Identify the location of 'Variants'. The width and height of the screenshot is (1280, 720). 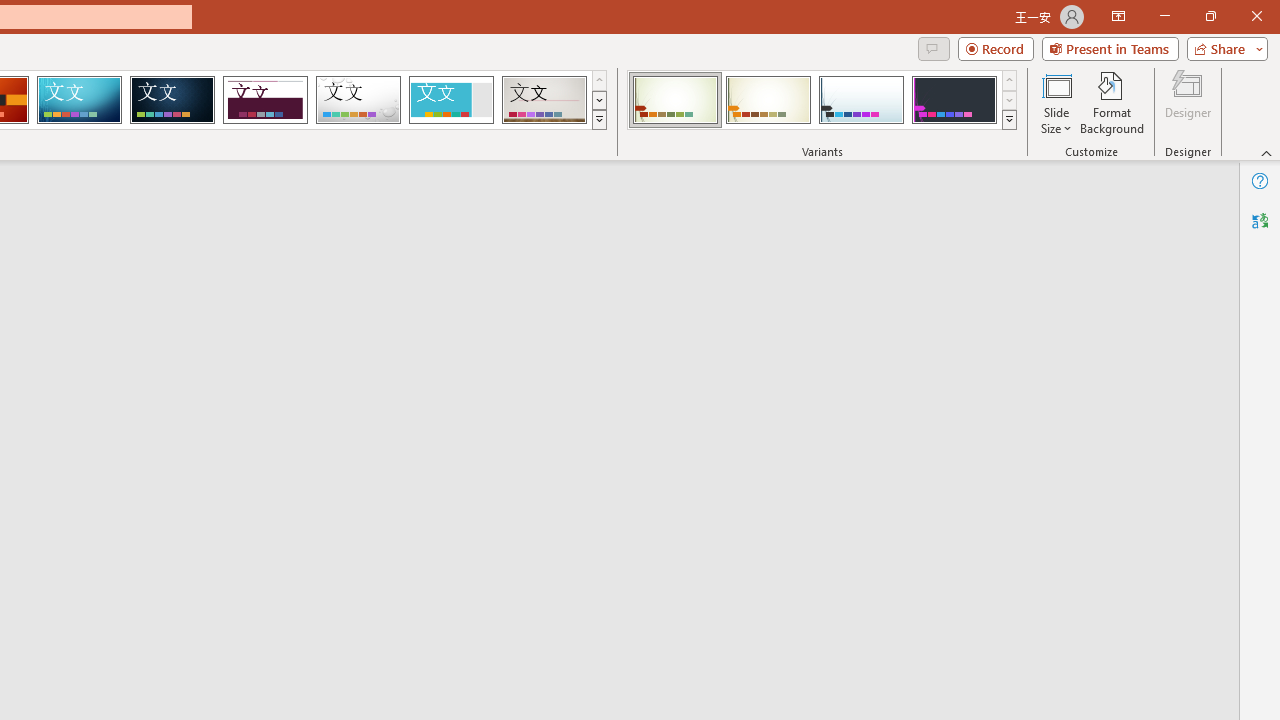
(1009, 120).